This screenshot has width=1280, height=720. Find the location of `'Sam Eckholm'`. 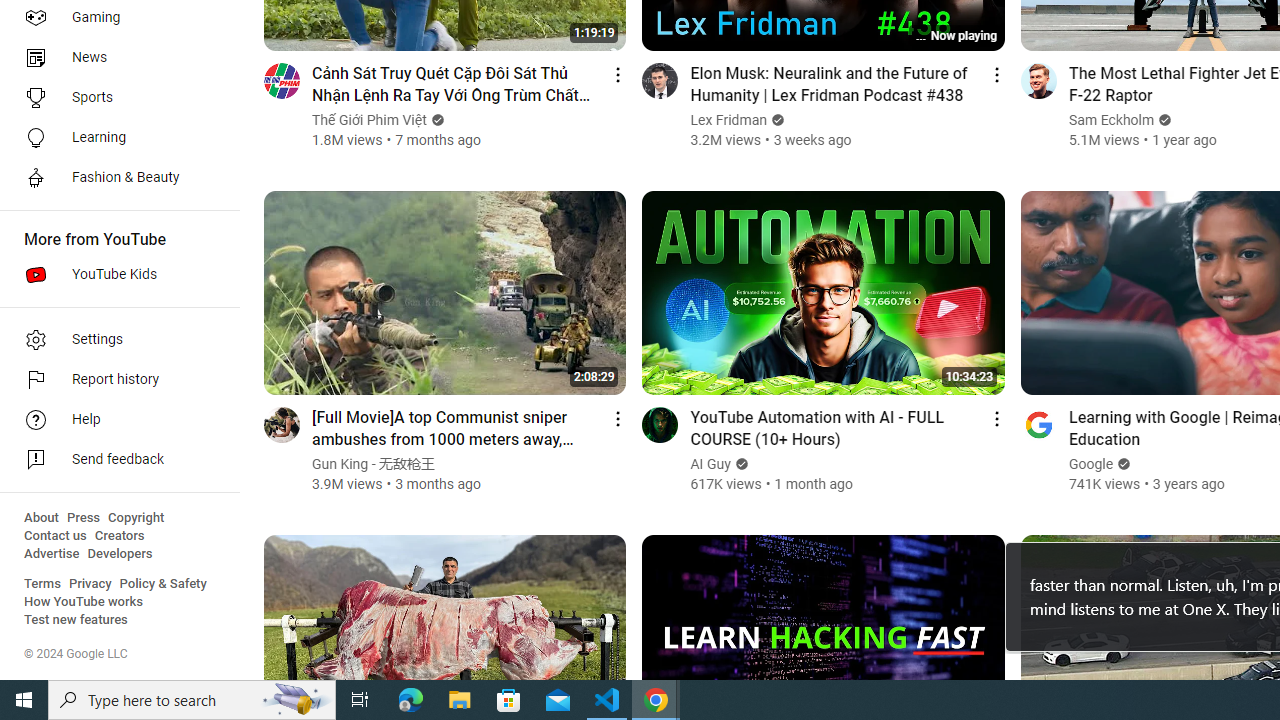

'Sam Eckholm' is located at coordinates (1110, 120).